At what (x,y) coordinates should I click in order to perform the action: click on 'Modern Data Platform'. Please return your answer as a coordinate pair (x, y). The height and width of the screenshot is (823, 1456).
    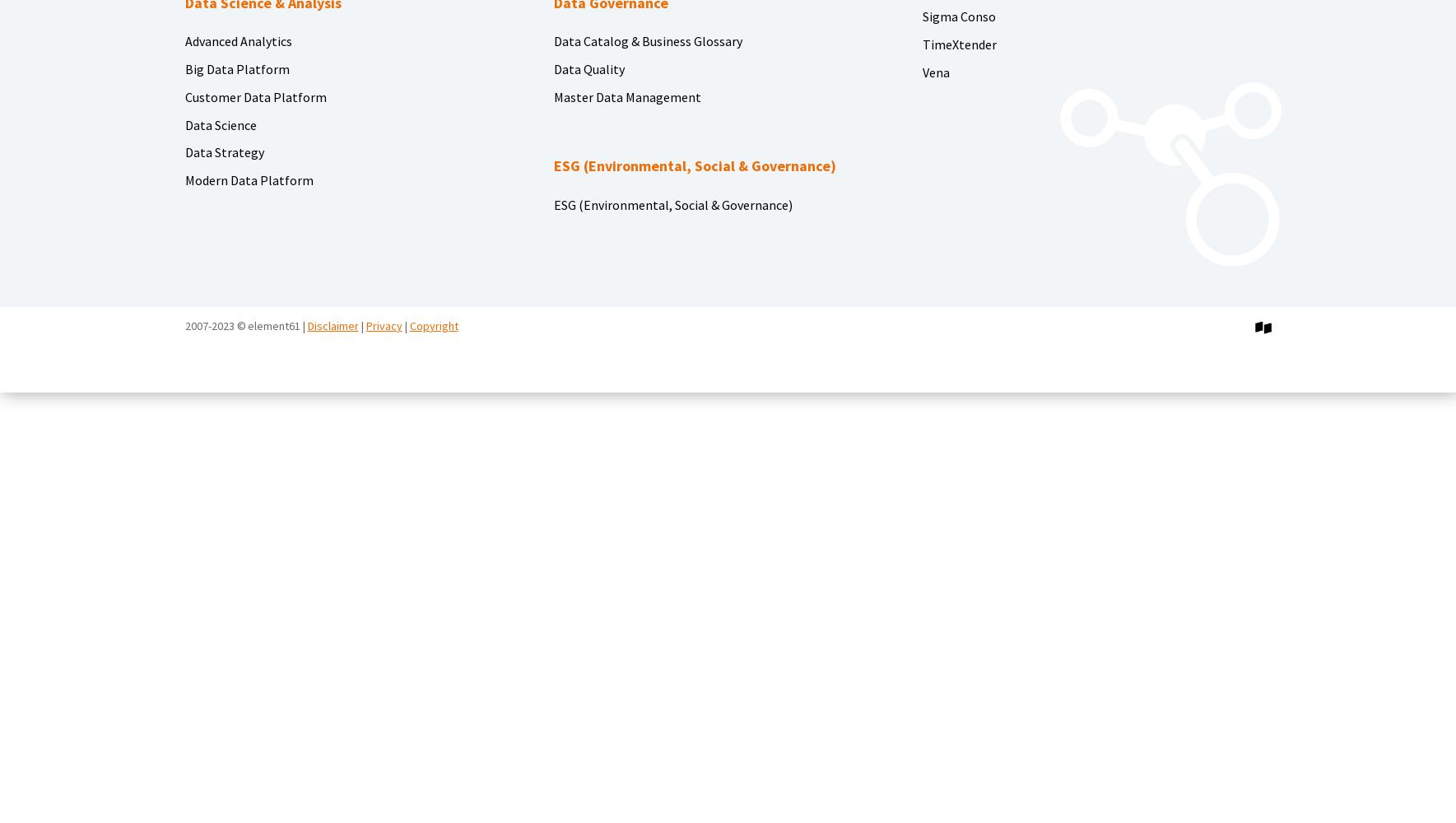
    Looking at the image, I should click on (248, 179).